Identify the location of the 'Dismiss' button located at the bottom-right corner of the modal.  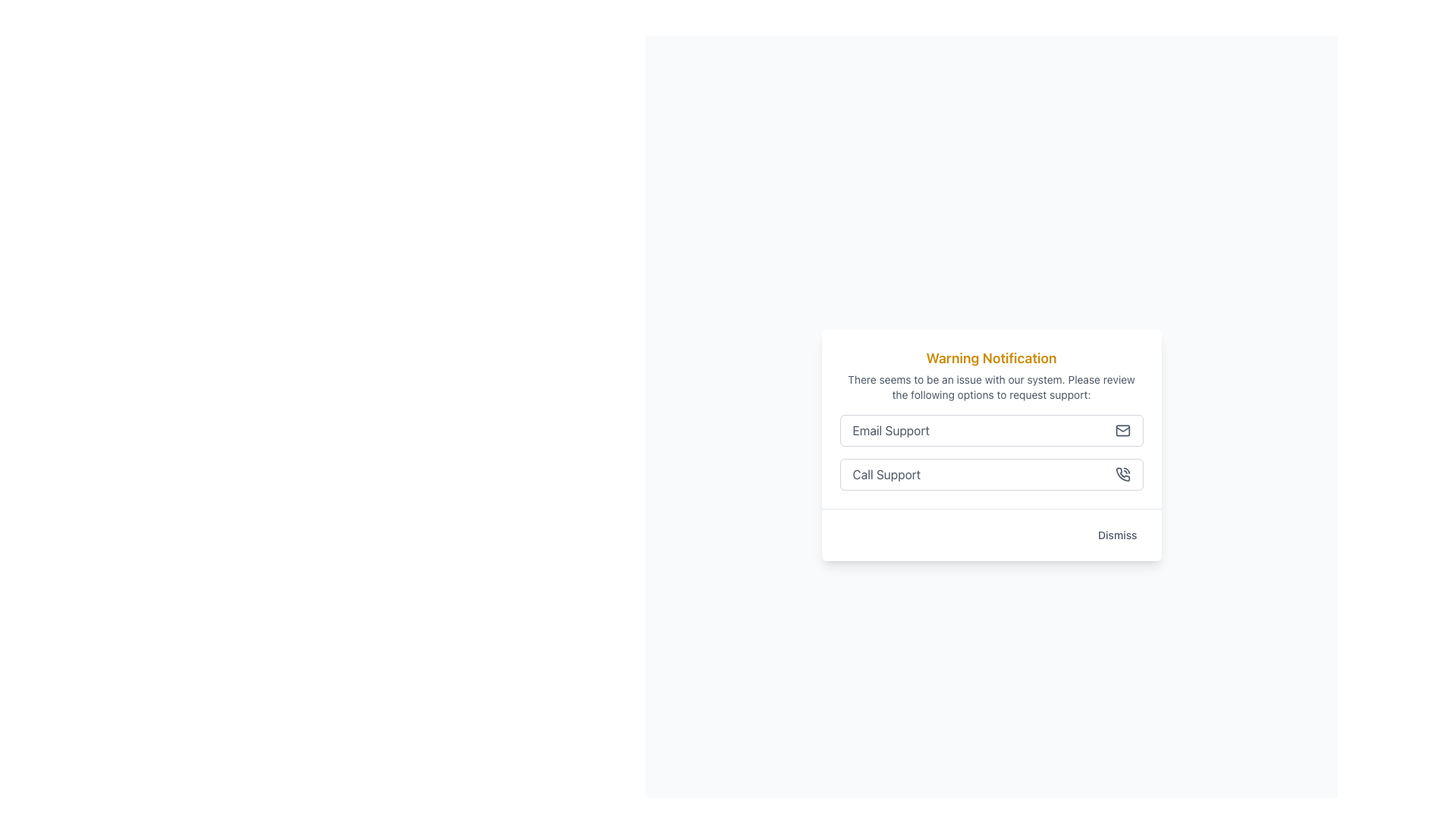
(1117, 534).